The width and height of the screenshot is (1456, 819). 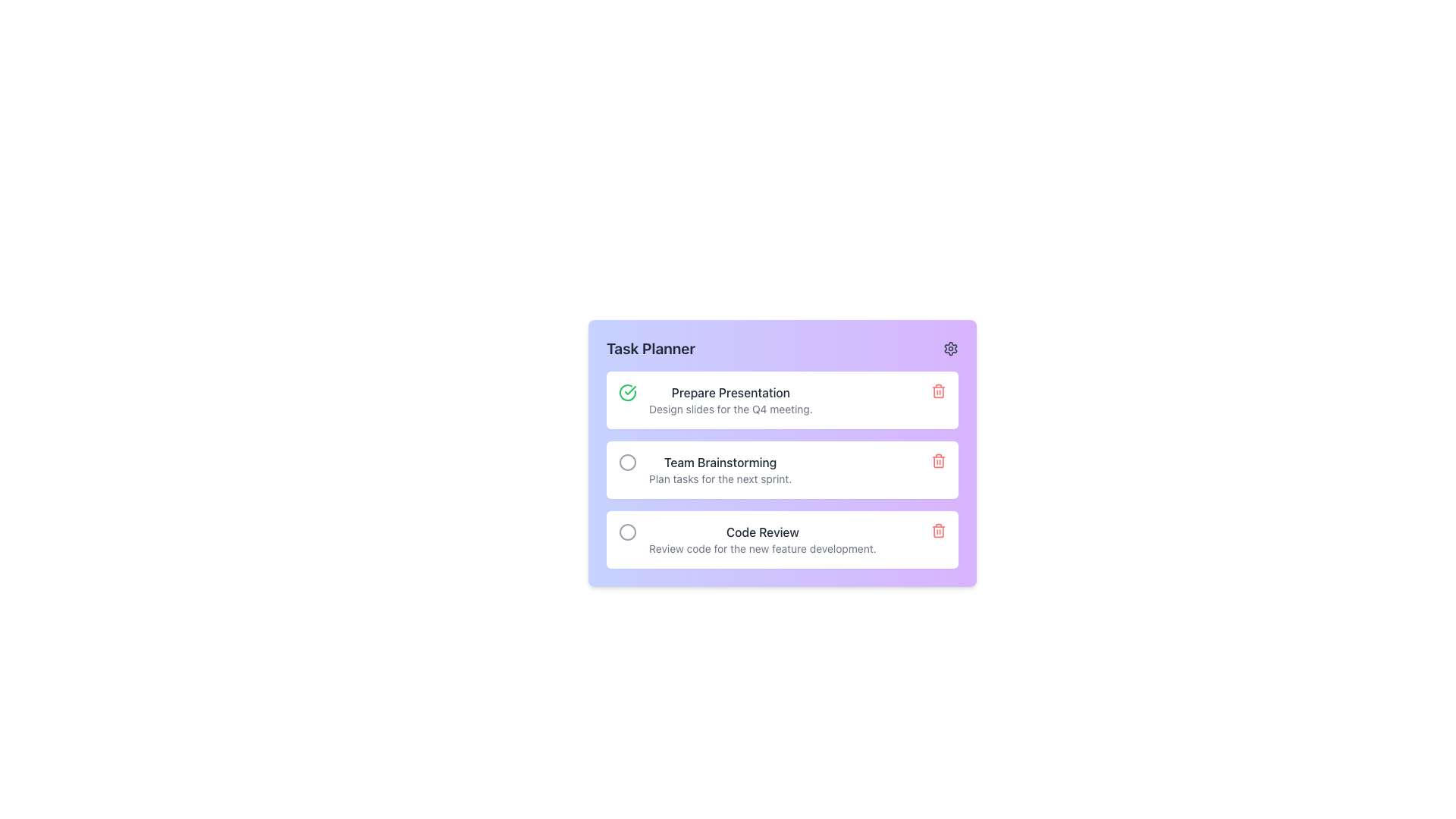 What do you see at coordinates (730, 391) in the screenshot?
I see `the static text label that serves as the title of the topmost task in the task list, providing an overview of the task's objective` at bounding box center [730, 391].